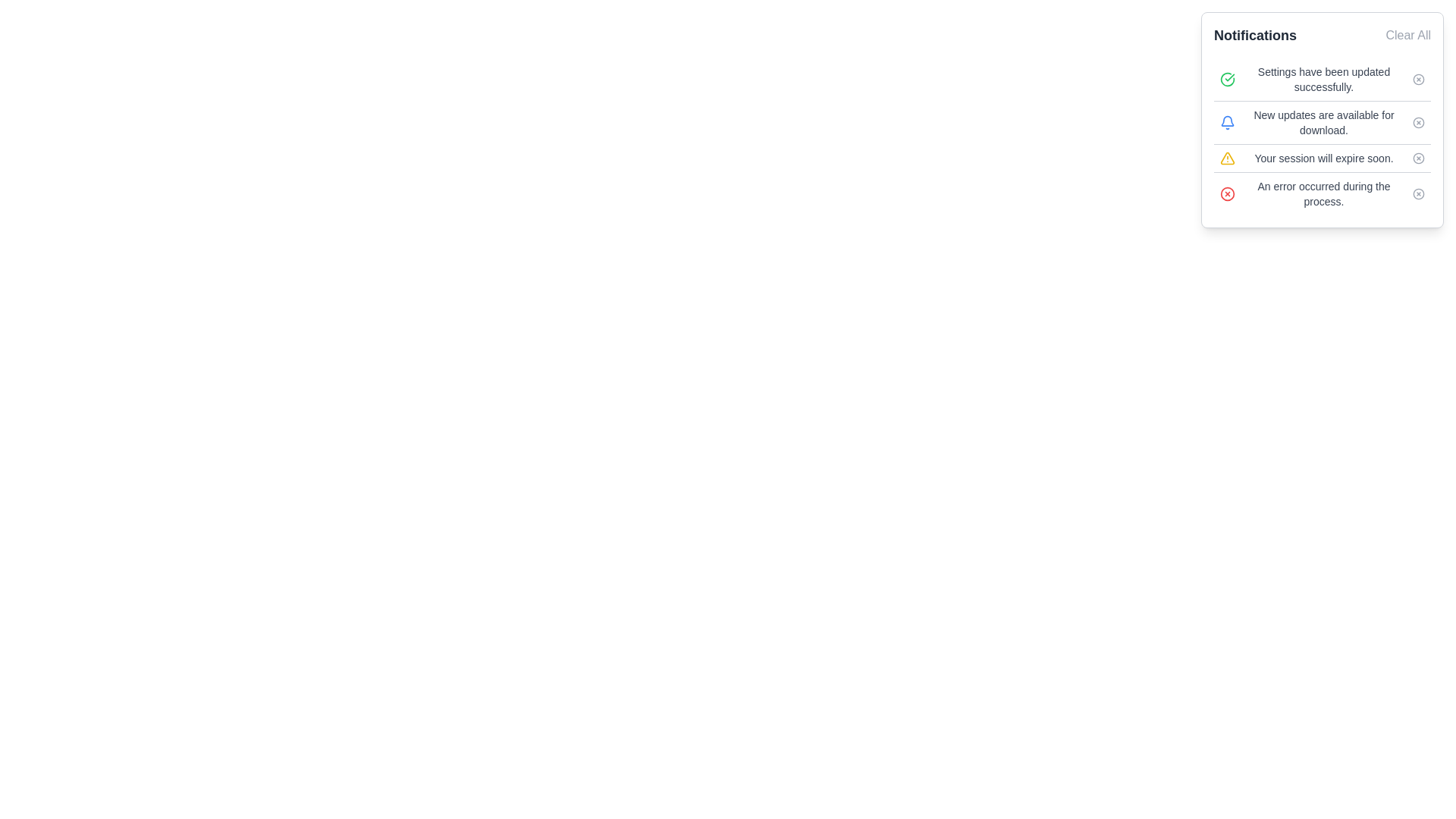 The image size is (1456, 819). Describe the element at coordinates (1323, 193) in the screenshot. I see `the error message Text Label, which is located at the bottom-right corner of the notification card and positioned to the left of the dismiss button` at that location.